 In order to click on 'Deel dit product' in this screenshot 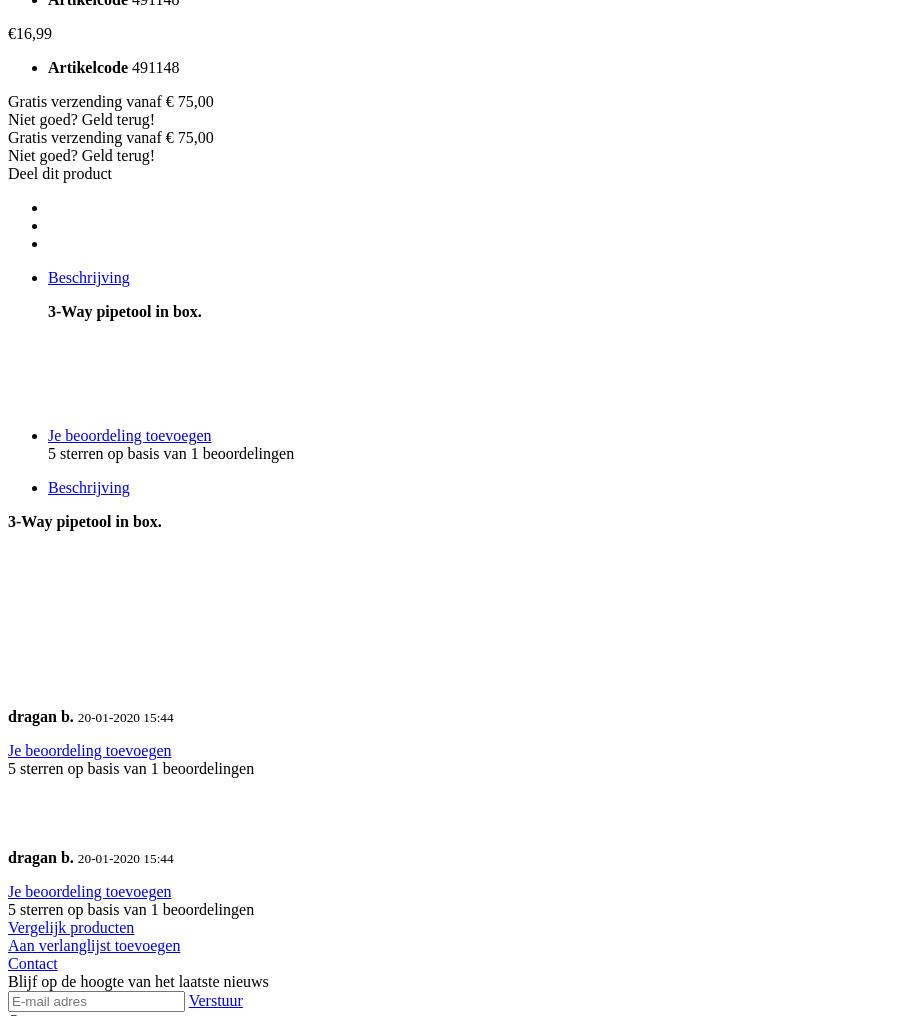, I will do `click(6, 172)`.